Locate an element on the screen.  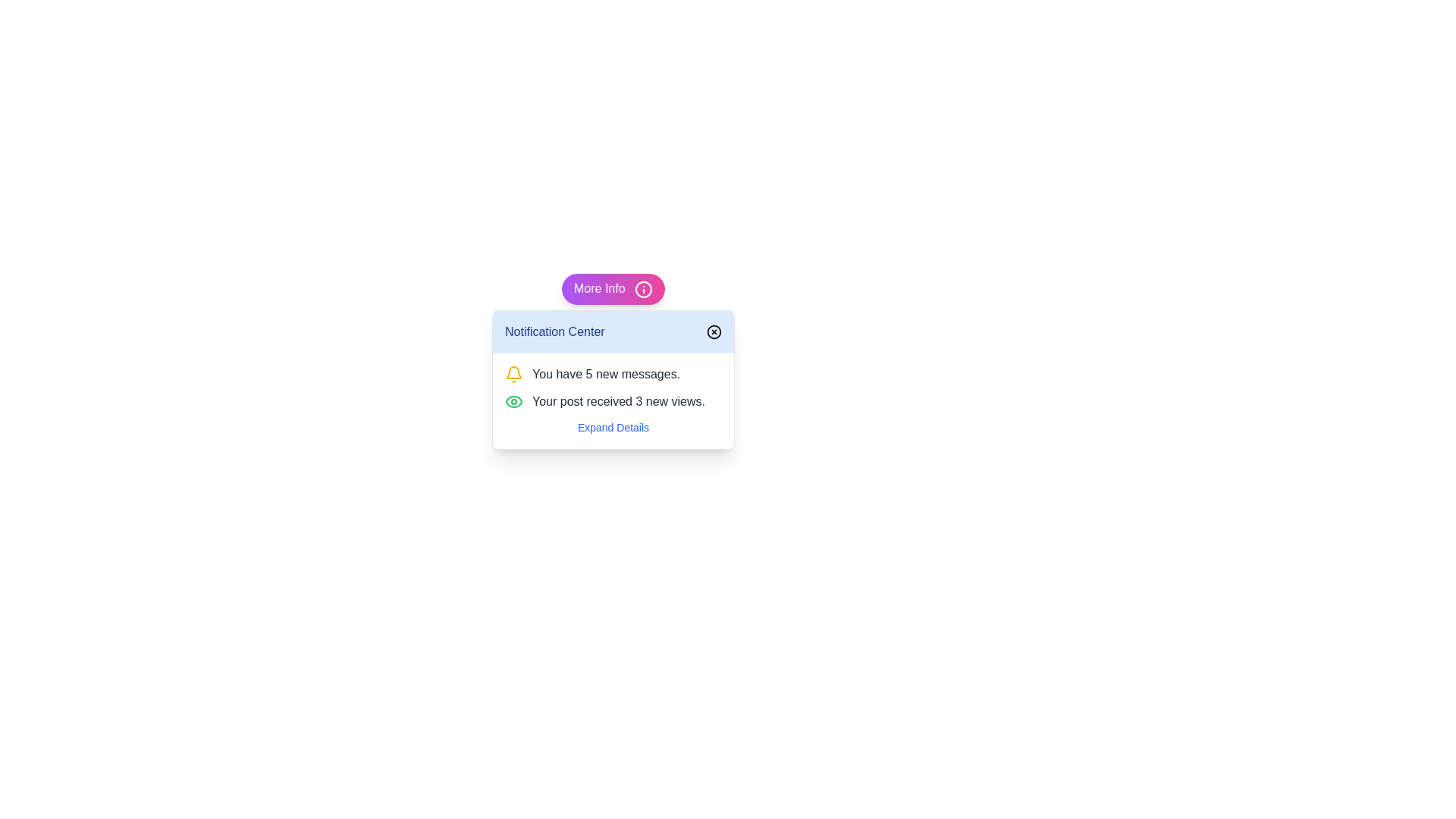
the circular outline within the icon located at the top-right corner of the Notification Center card is located at coordinates (713, 331).